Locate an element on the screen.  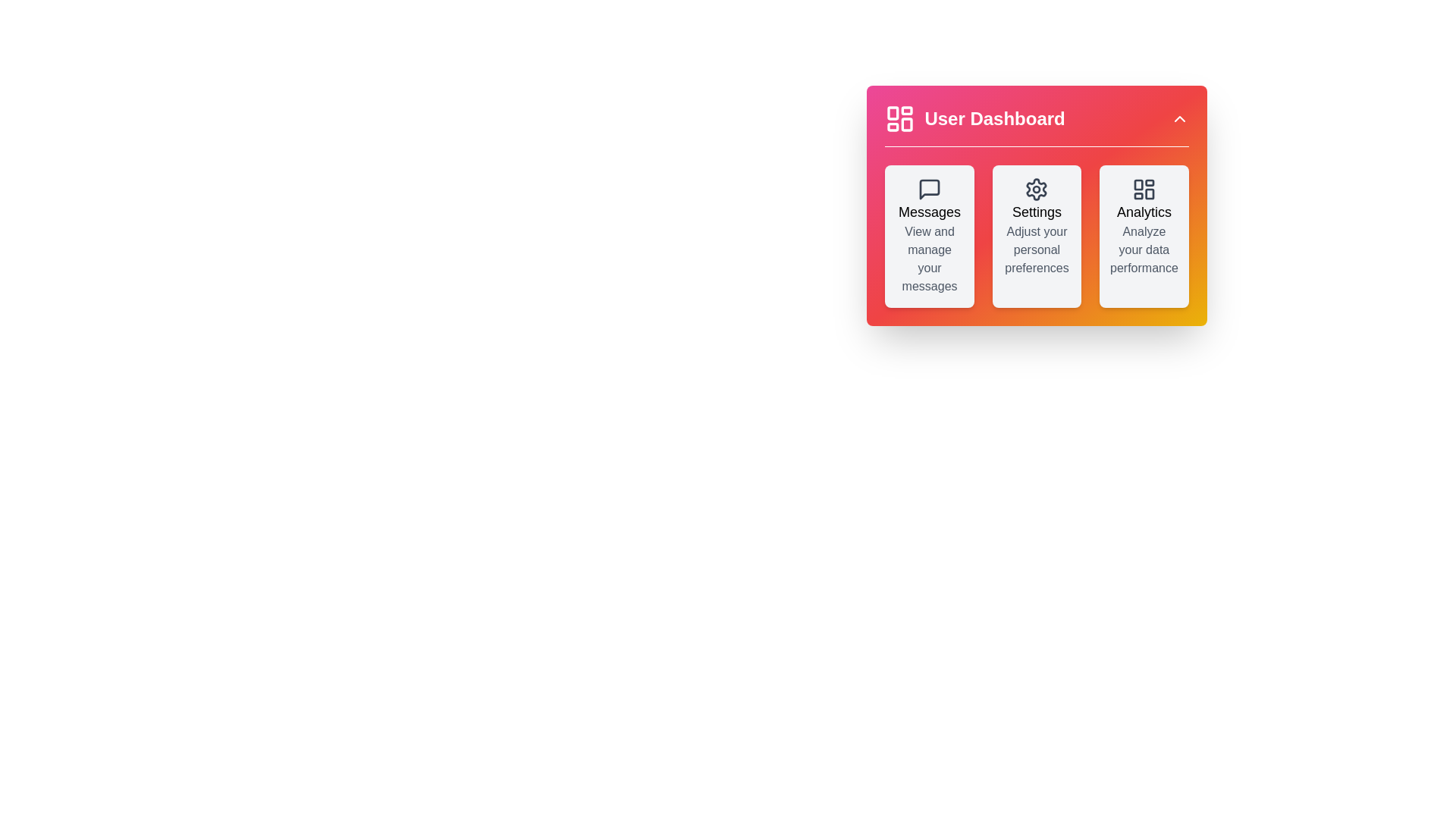
the gray gear-shaped icon within the 'Settings' panel, which is centrally positioned above the text 'Settings' and 'Adjust your personal preferences' is located at coordinates (1036, 189).